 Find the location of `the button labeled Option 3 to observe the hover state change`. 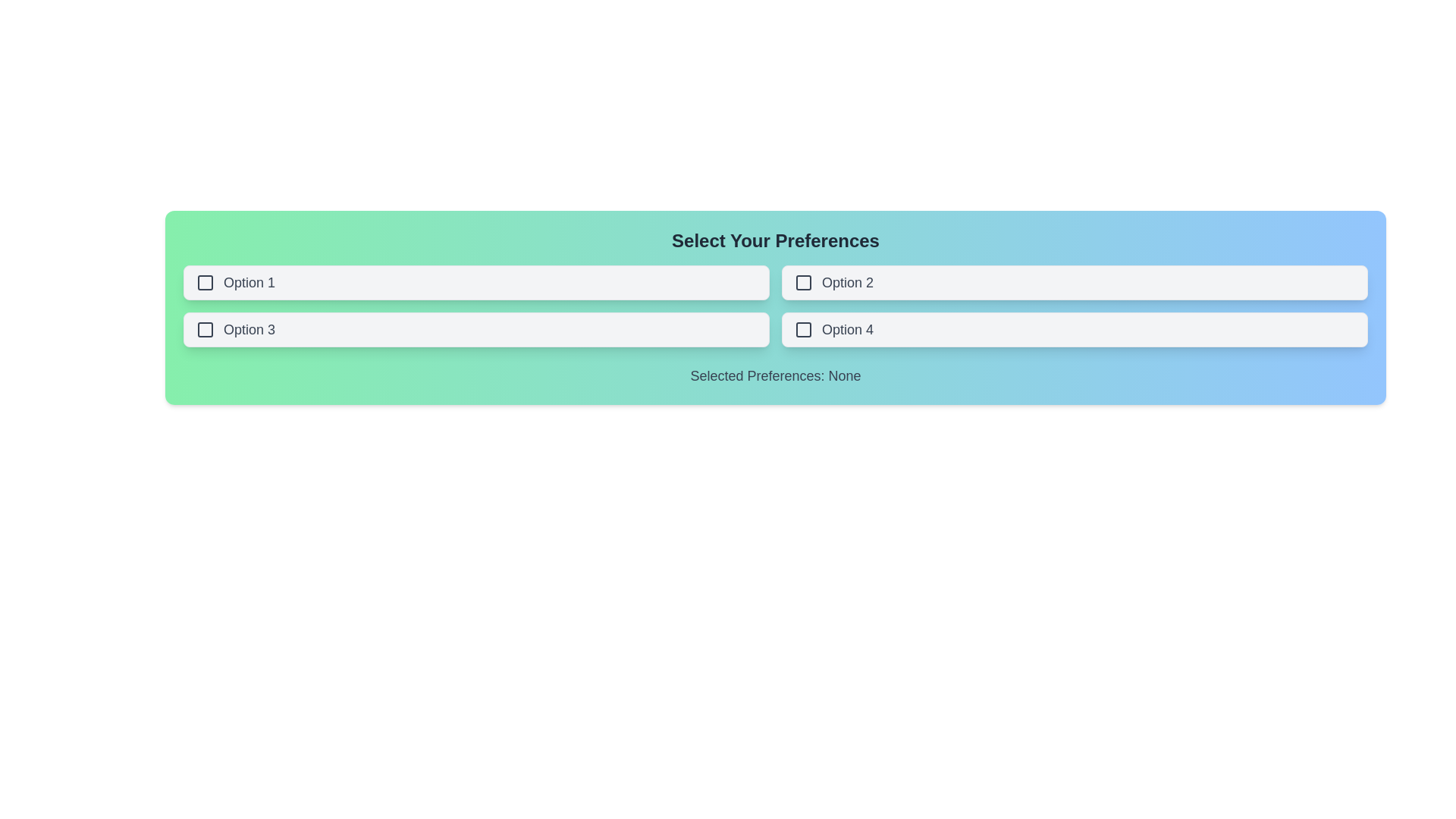

the button labeled Option 3 to observe the hover state change is located at coordinates (475, 329).